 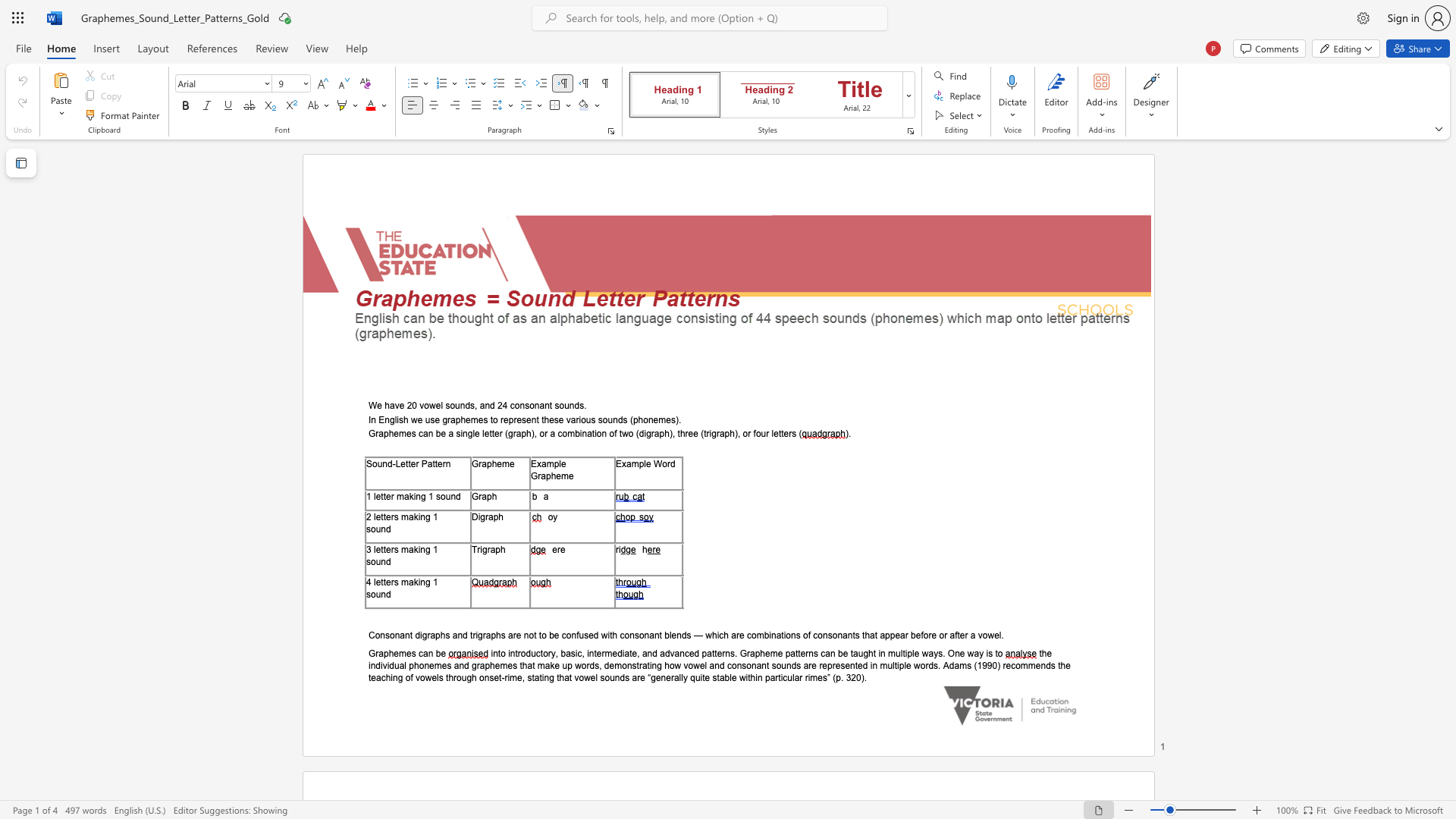 I want to click on the subset text "nstratin" within the text "demonstrating", so click(x=626, y=664).